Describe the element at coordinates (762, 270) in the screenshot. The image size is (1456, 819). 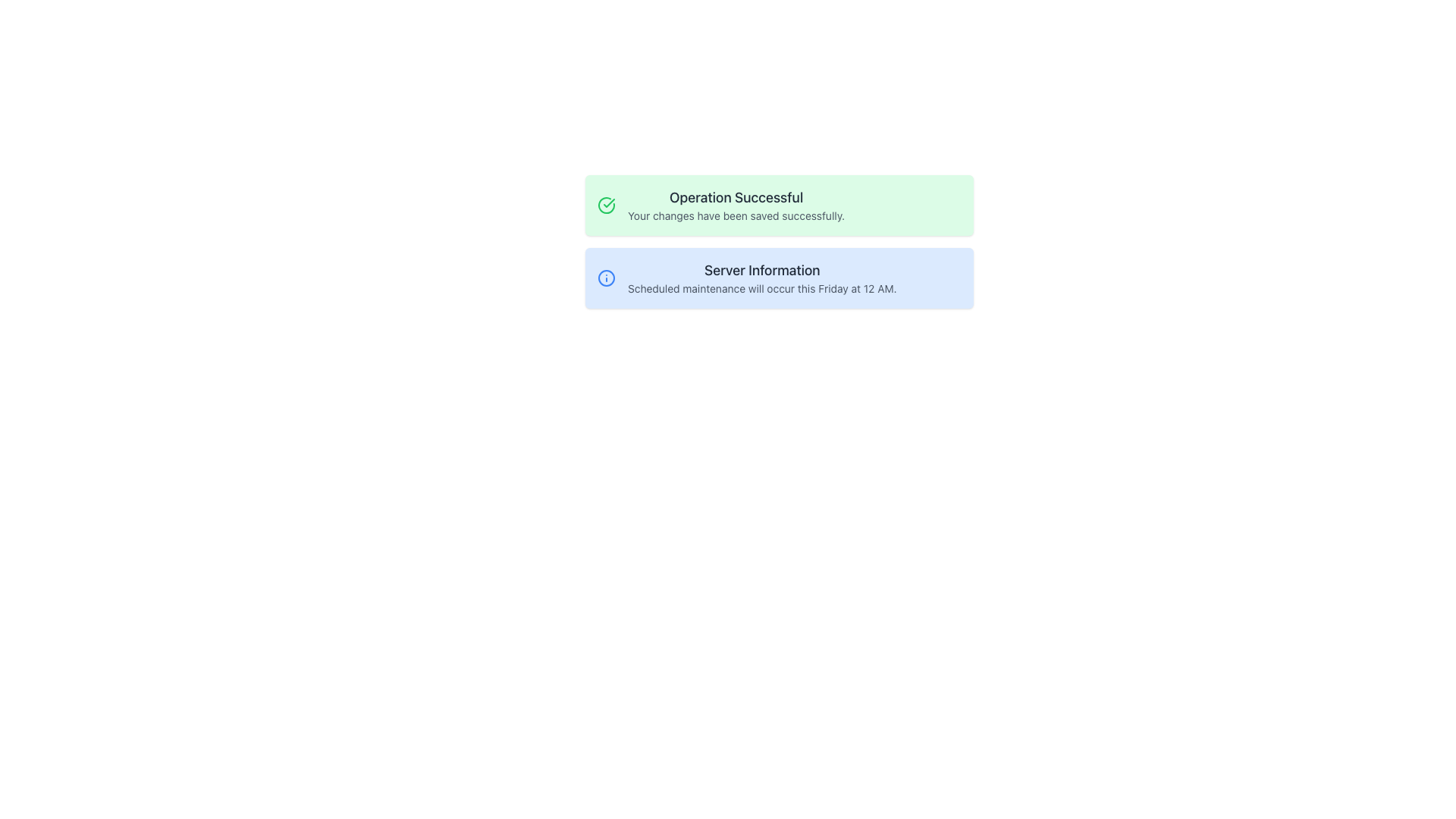
I see `the Text Label that serves as a header for the server information section` at that location.